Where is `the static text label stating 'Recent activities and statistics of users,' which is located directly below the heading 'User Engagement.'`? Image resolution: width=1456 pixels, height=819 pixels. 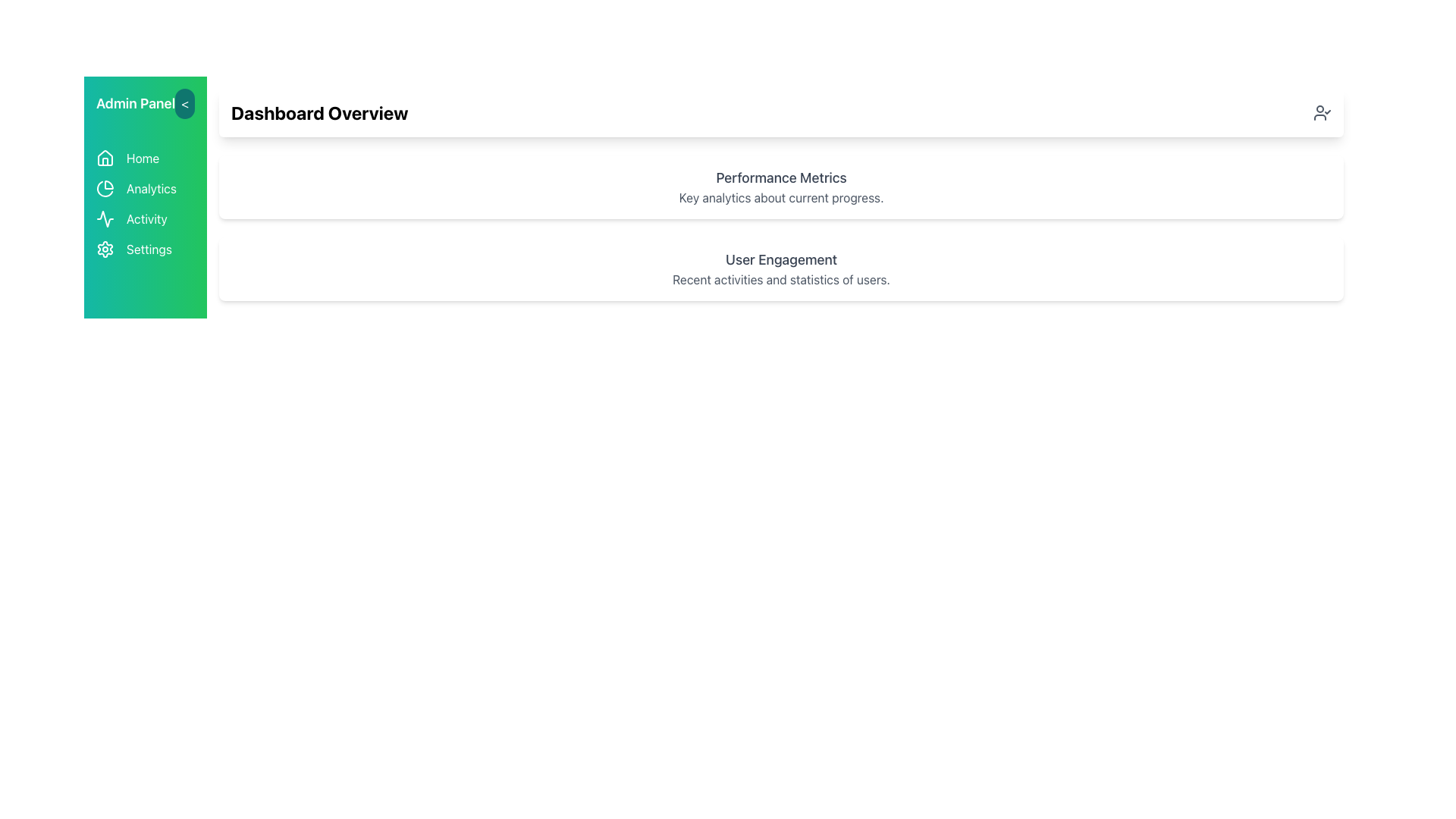
the static text label stating 'Recent activities and statistics of users,' which is located directly below the heading 'User Engagement.' is located at coordinates (781, 280).